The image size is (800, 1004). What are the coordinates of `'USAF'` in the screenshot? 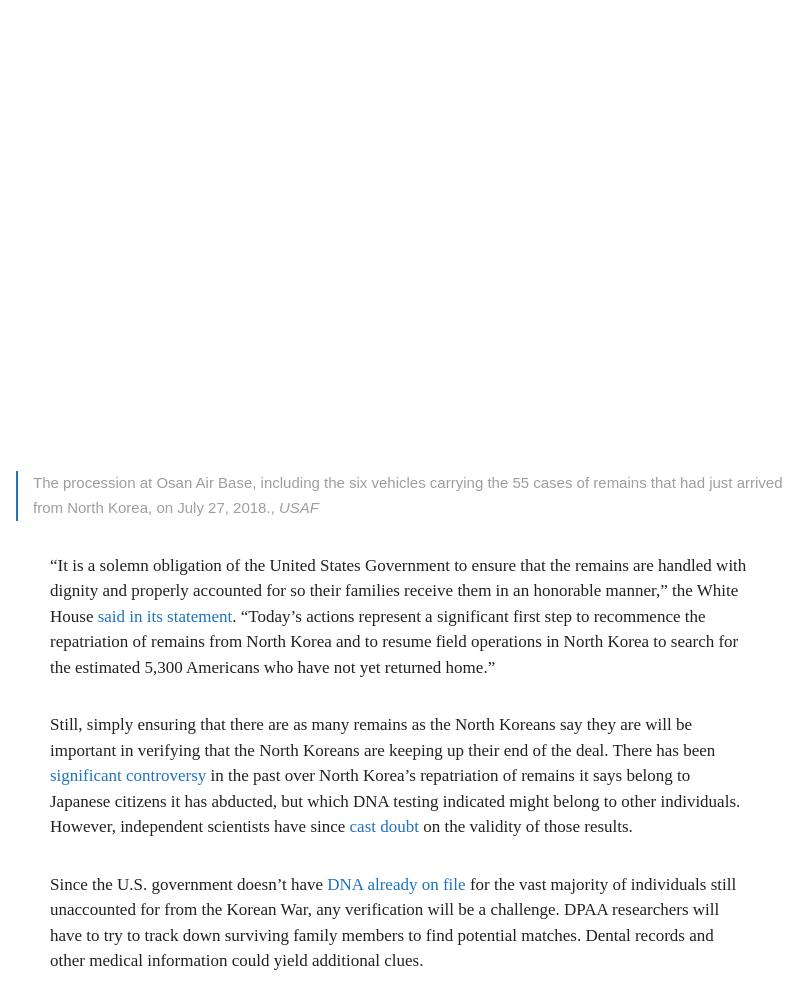 It's located at (298, 506).